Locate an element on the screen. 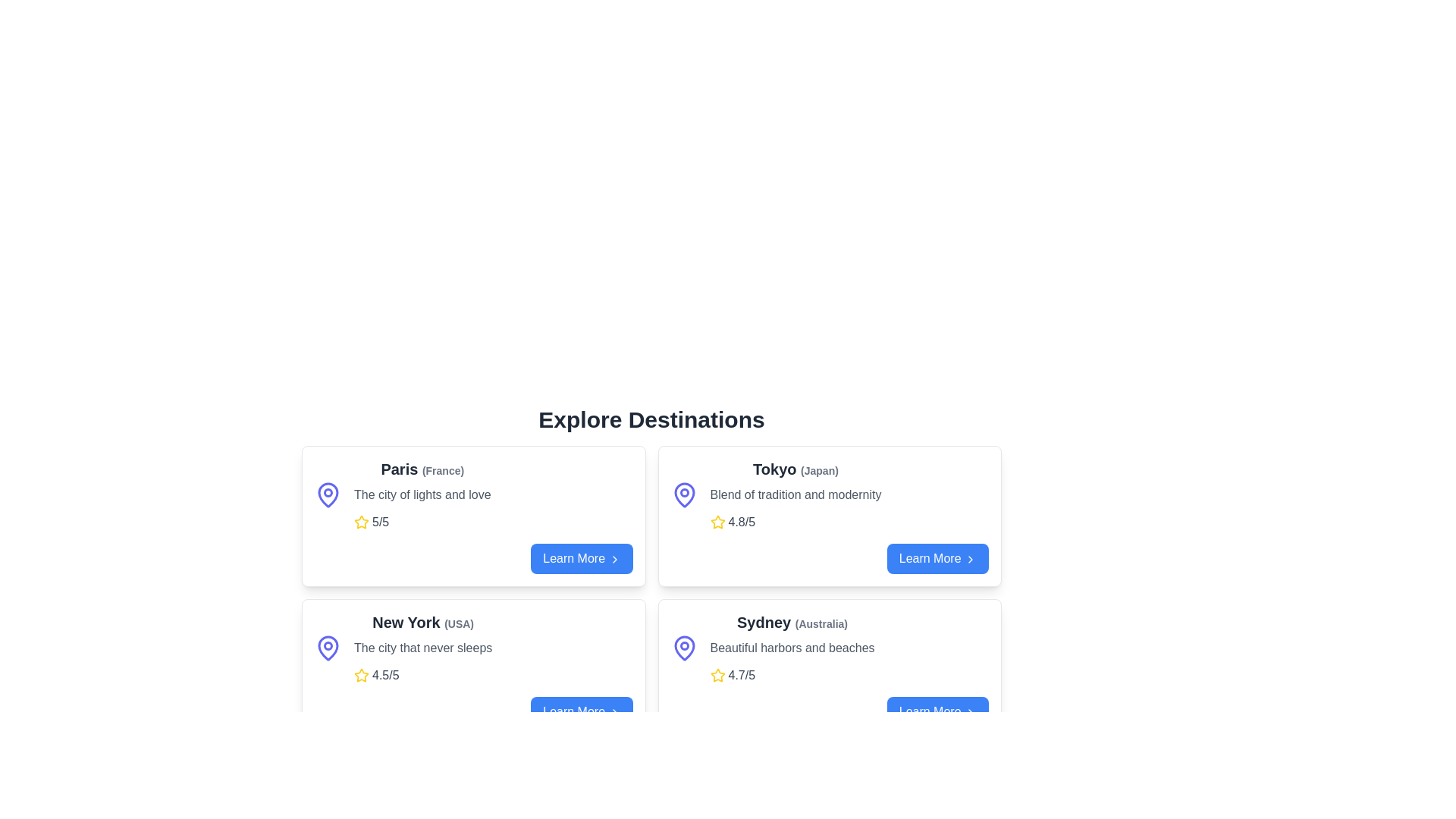 The image size is (1456, 819). the Text Label displaying the rating '4.8/5' for the destination 'Tokyo (Japan)', located in the second card of the top row, following the star icon is located at coordinates (742, 522).